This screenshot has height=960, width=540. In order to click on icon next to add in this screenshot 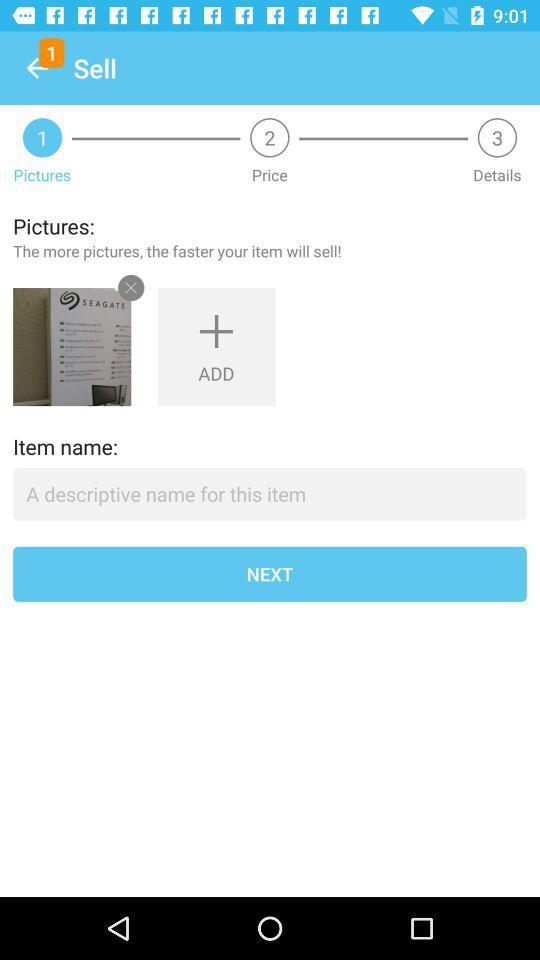, I will do `click(71, 347)`.